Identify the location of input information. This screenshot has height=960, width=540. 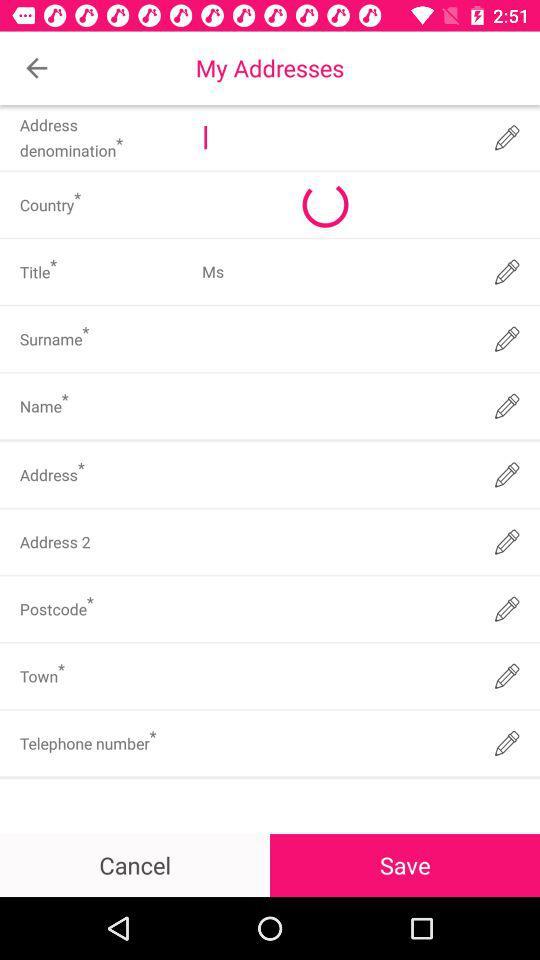
(335, 676).